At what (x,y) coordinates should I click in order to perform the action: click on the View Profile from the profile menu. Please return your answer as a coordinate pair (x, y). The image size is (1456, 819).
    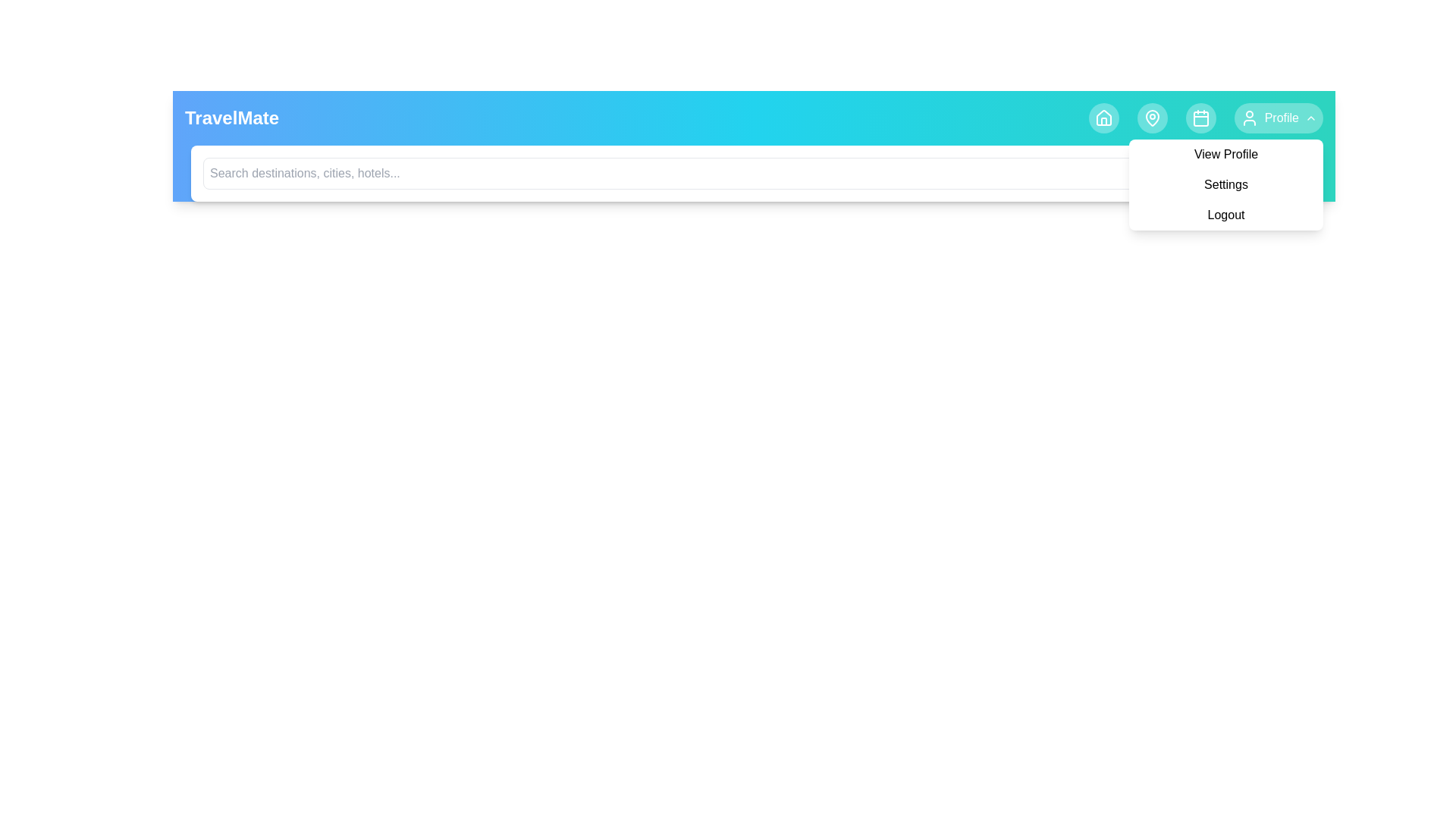
    Looking at the image, I should click on (1226, 155).